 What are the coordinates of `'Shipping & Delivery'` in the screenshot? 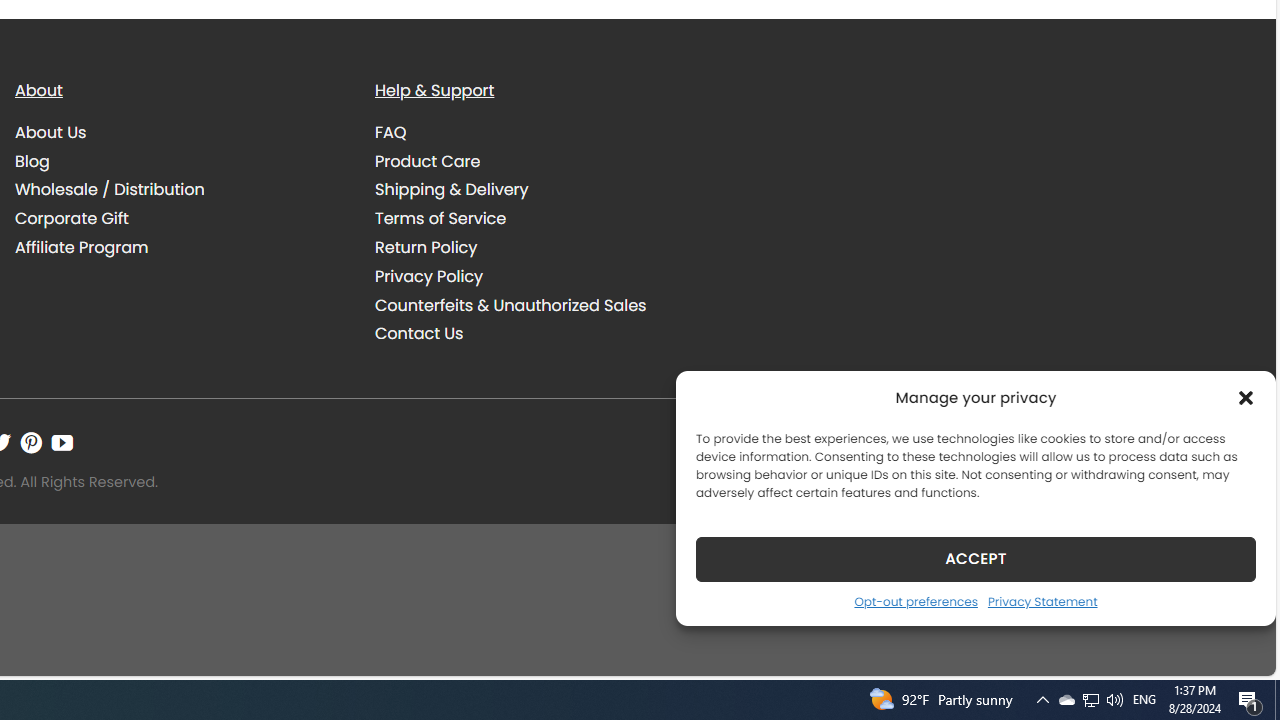 It's located at (450, 190).